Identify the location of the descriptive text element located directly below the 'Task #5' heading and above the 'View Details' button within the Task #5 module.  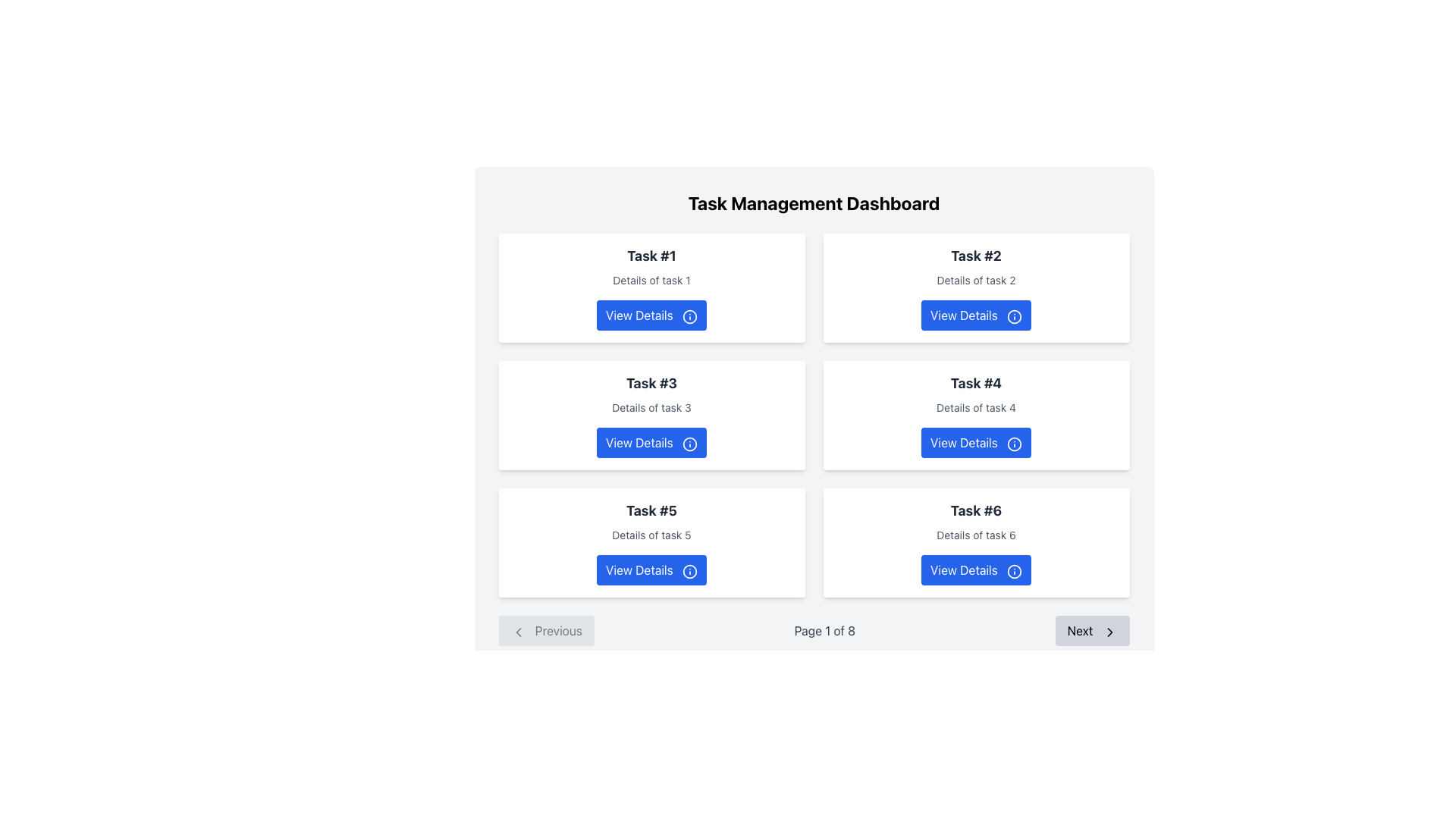
(651, 534).